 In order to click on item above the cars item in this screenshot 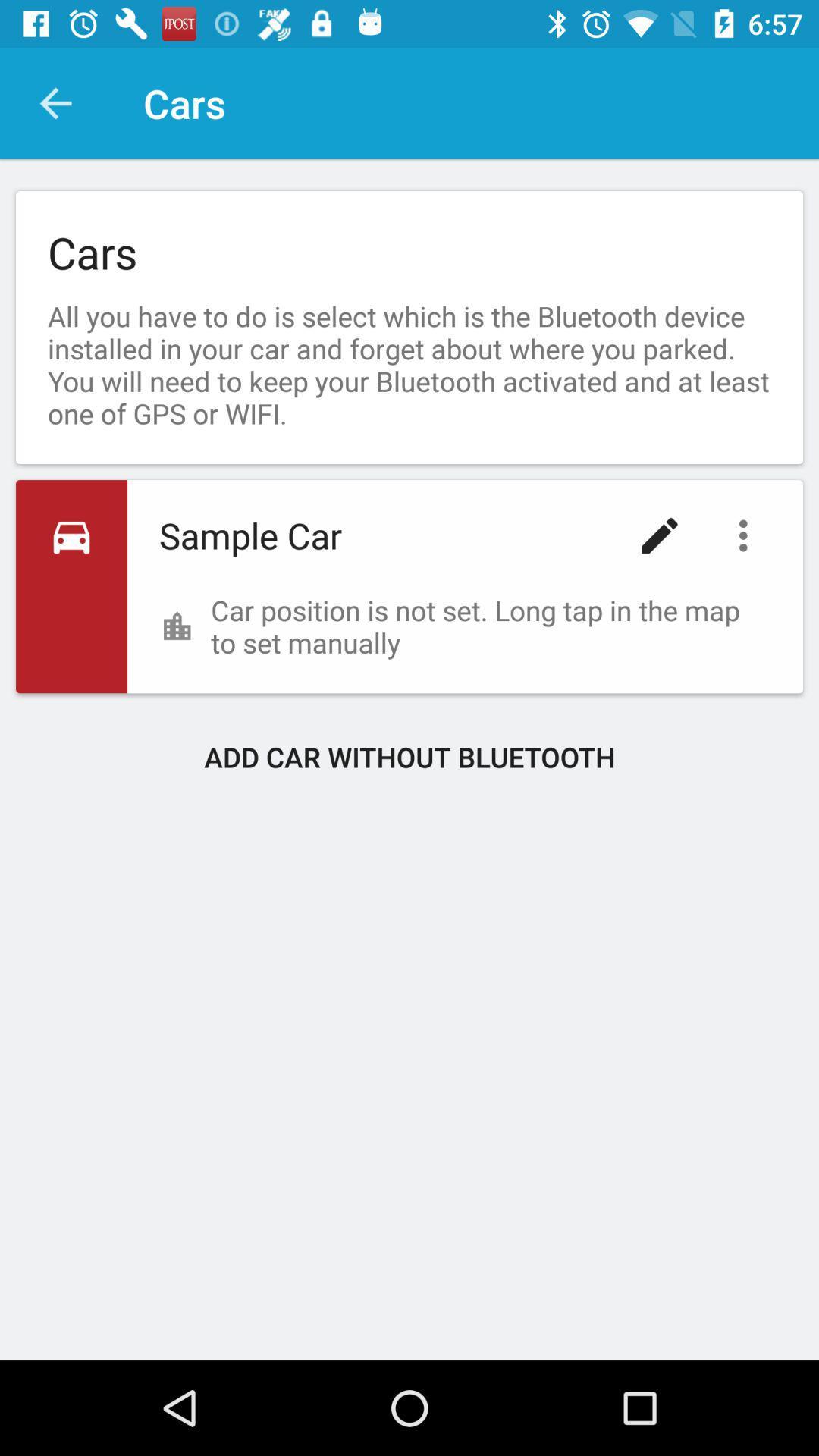, I will do `click(55, 102)`.